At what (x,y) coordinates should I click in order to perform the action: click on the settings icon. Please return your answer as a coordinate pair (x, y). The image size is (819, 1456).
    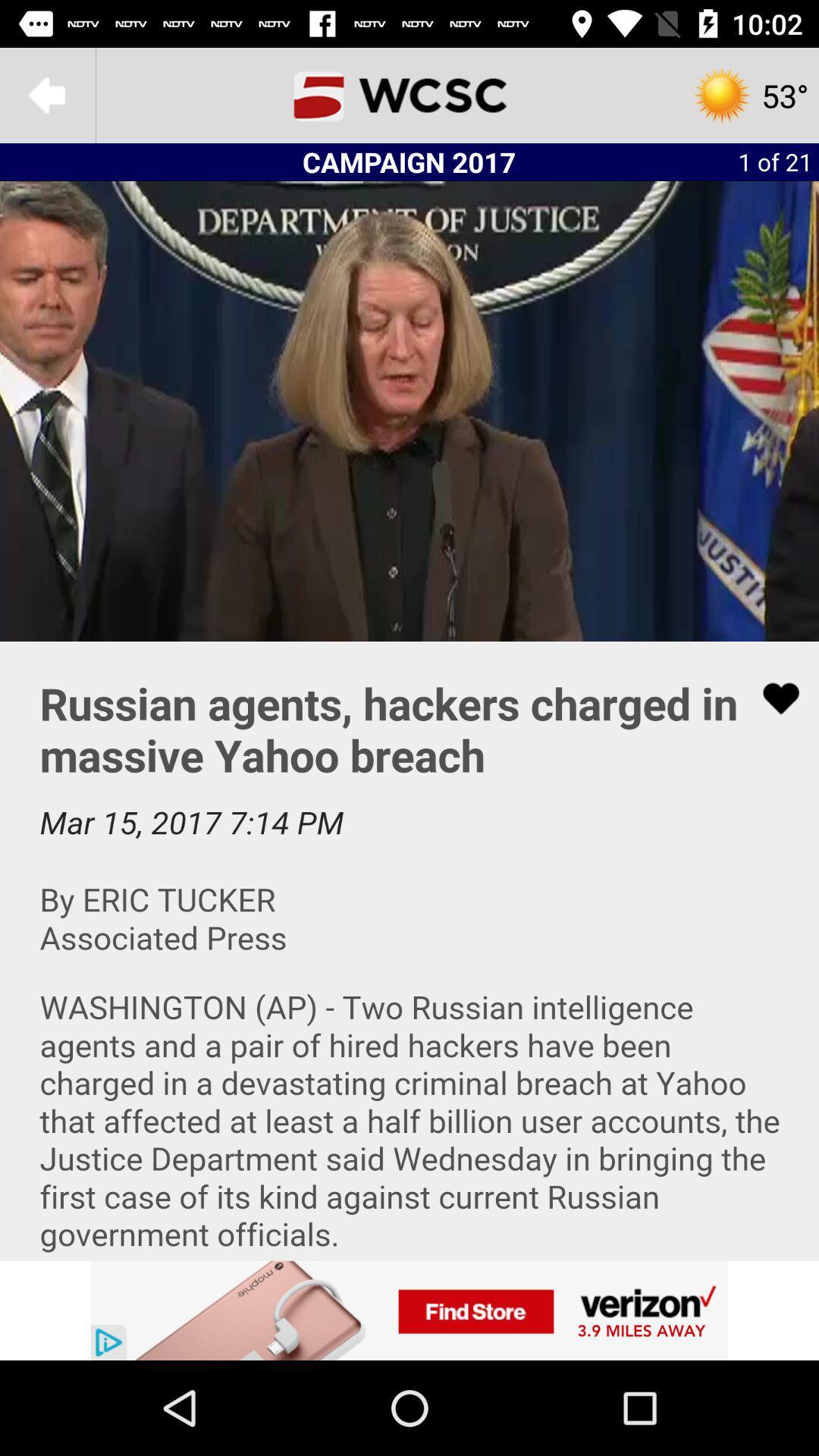
    Looking at the image, I should click on (749, 94).